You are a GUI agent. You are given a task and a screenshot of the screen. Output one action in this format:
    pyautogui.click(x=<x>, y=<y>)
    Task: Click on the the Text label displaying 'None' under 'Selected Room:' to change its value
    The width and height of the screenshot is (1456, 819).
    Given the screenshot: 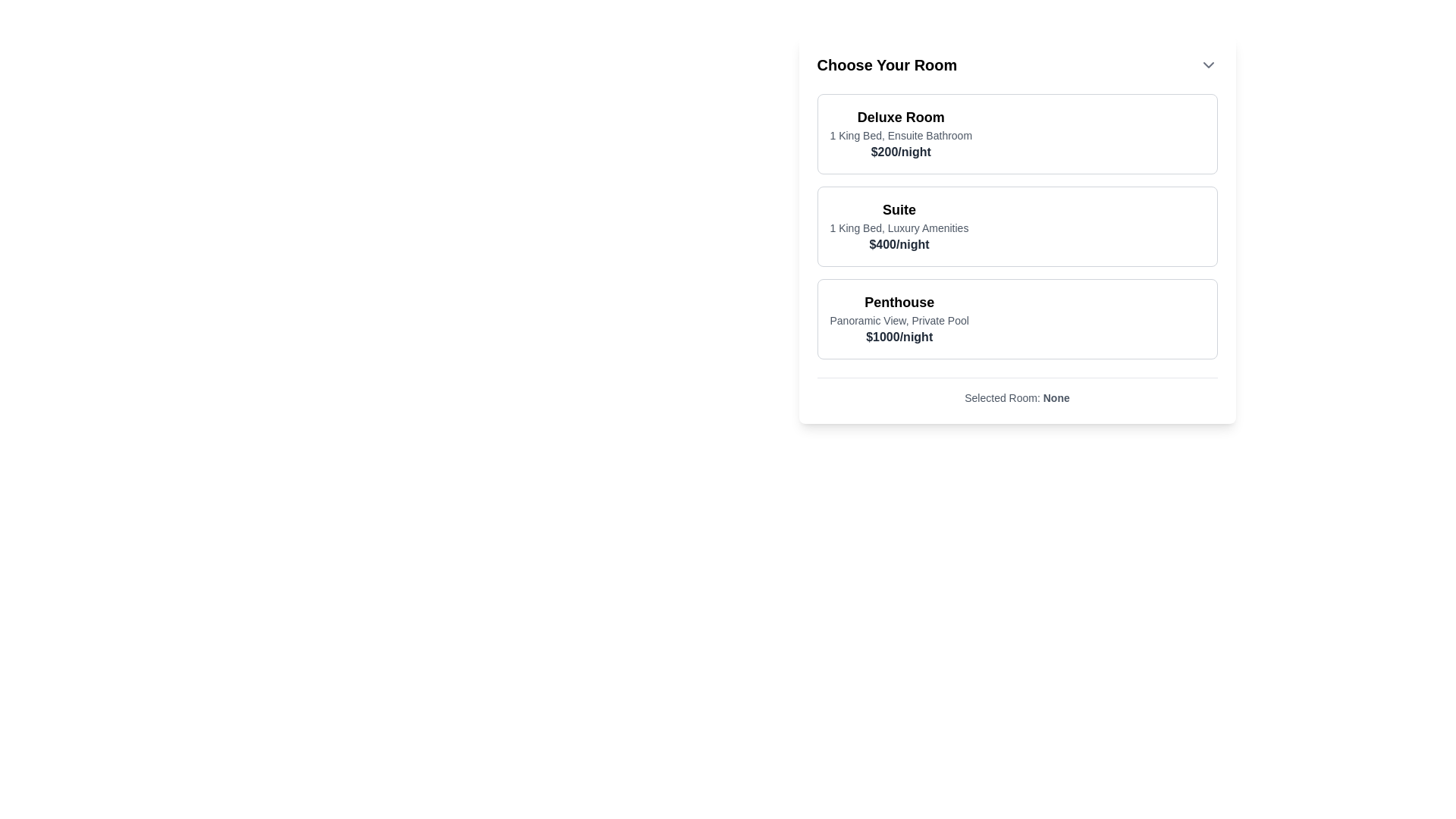 What is the action you would take?
    pyautogui.click(x=1017, y=391)
    